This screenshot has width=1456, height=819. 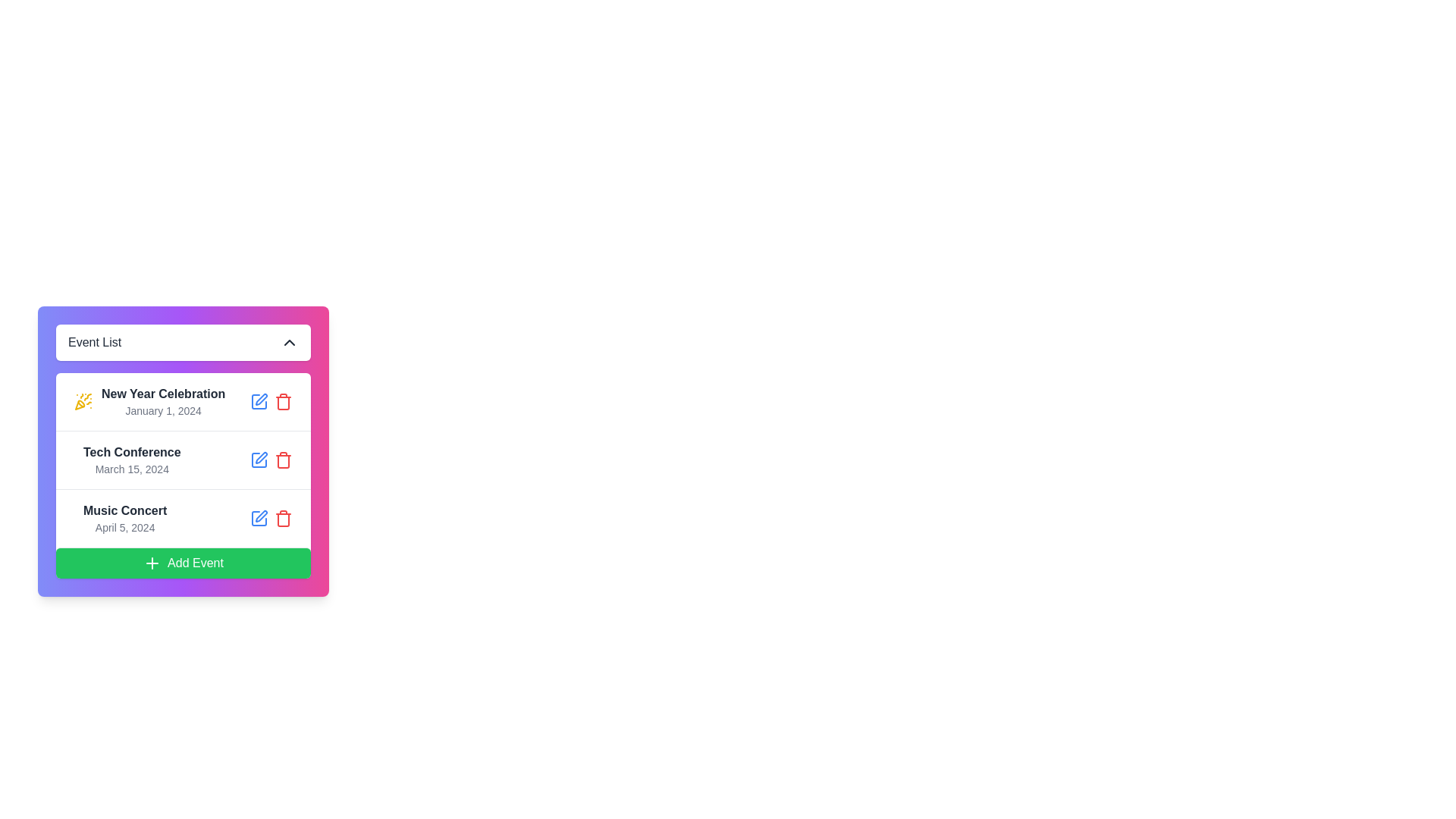 I want to click on the static text label displaying the date 'April 5, 2024', which is positioned below the 'Music Concert' title, so click(x=125, y=526).